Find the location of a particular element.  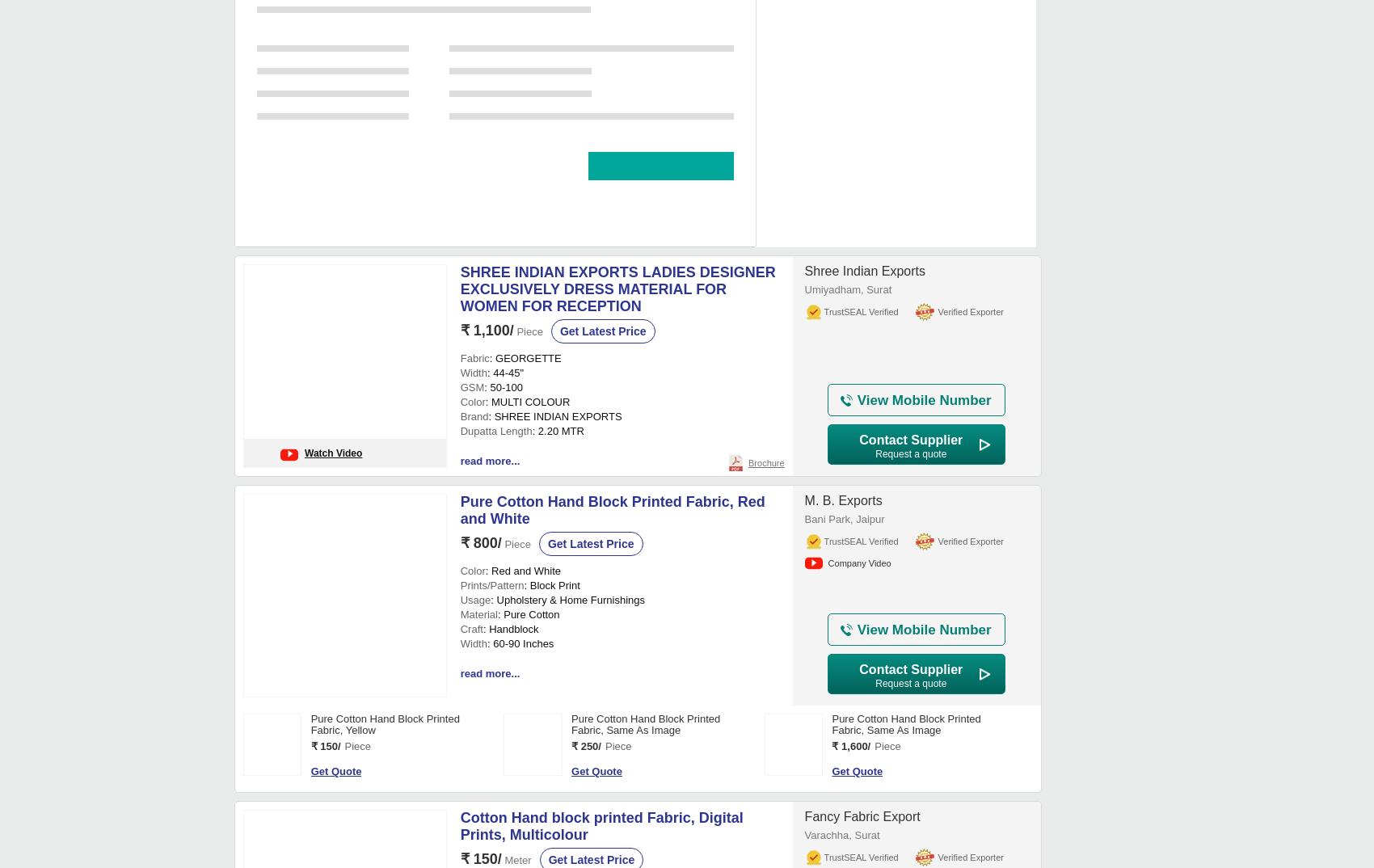

'₹ 800/' is located at coordinates (324, 424).